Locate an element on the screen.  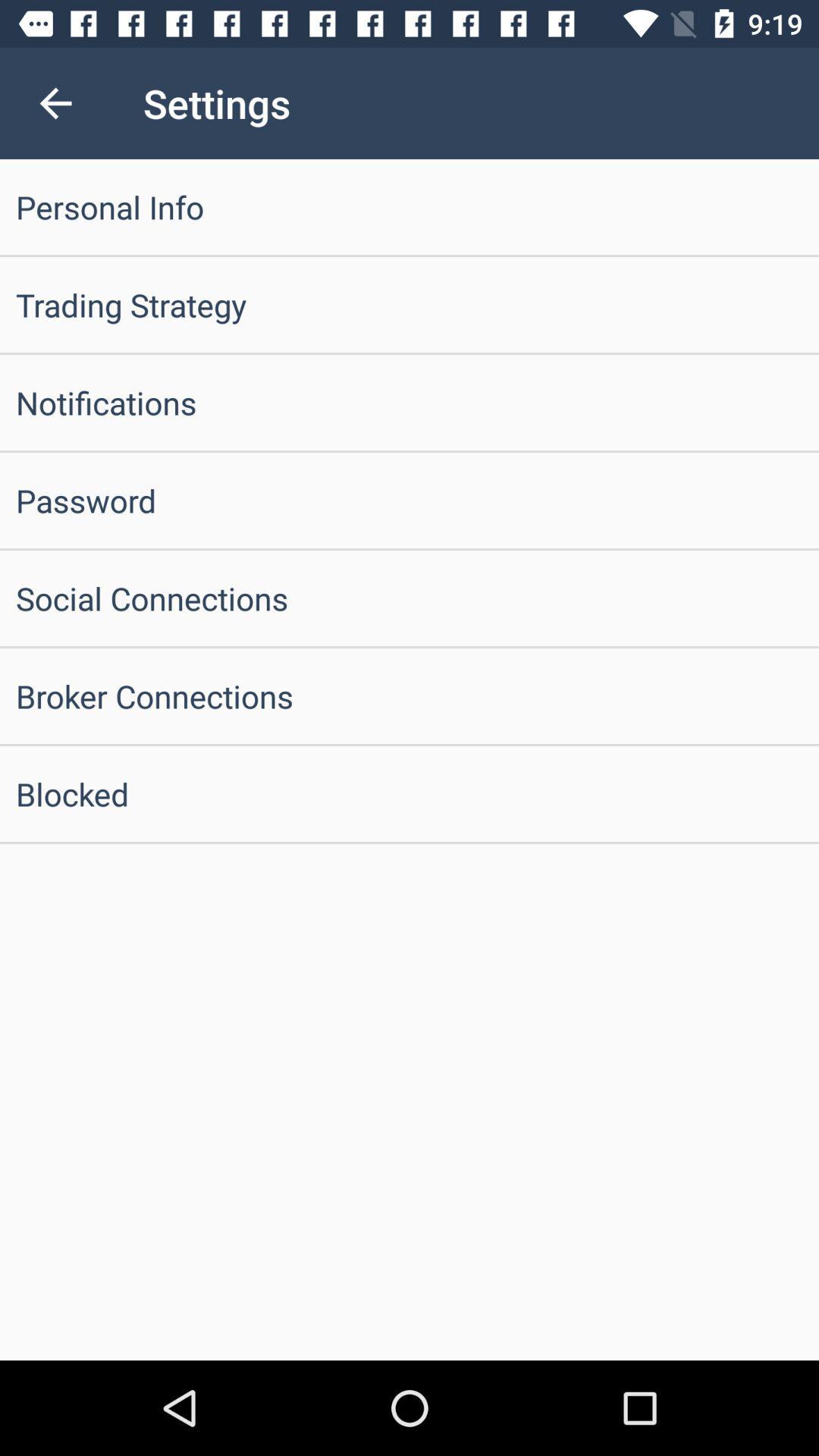
the icon below the social connections item is located at coordinates (409, 695).